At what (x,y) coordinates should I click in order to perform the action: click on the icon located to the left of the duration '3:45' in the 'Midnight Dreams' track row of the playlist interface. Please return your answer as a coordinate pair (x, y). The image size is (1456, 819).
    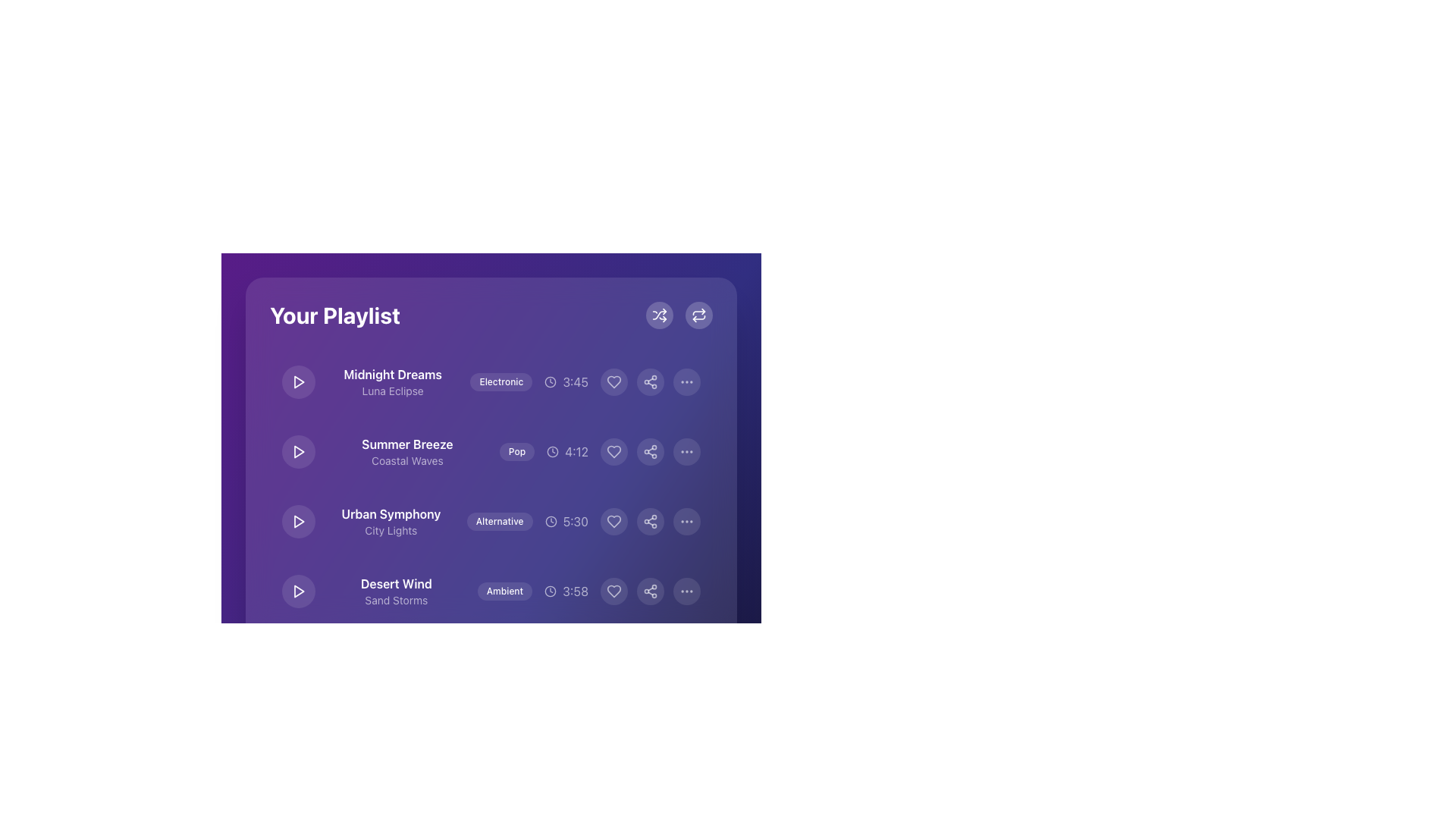
    Looking at the image, I should click on (550, 381).